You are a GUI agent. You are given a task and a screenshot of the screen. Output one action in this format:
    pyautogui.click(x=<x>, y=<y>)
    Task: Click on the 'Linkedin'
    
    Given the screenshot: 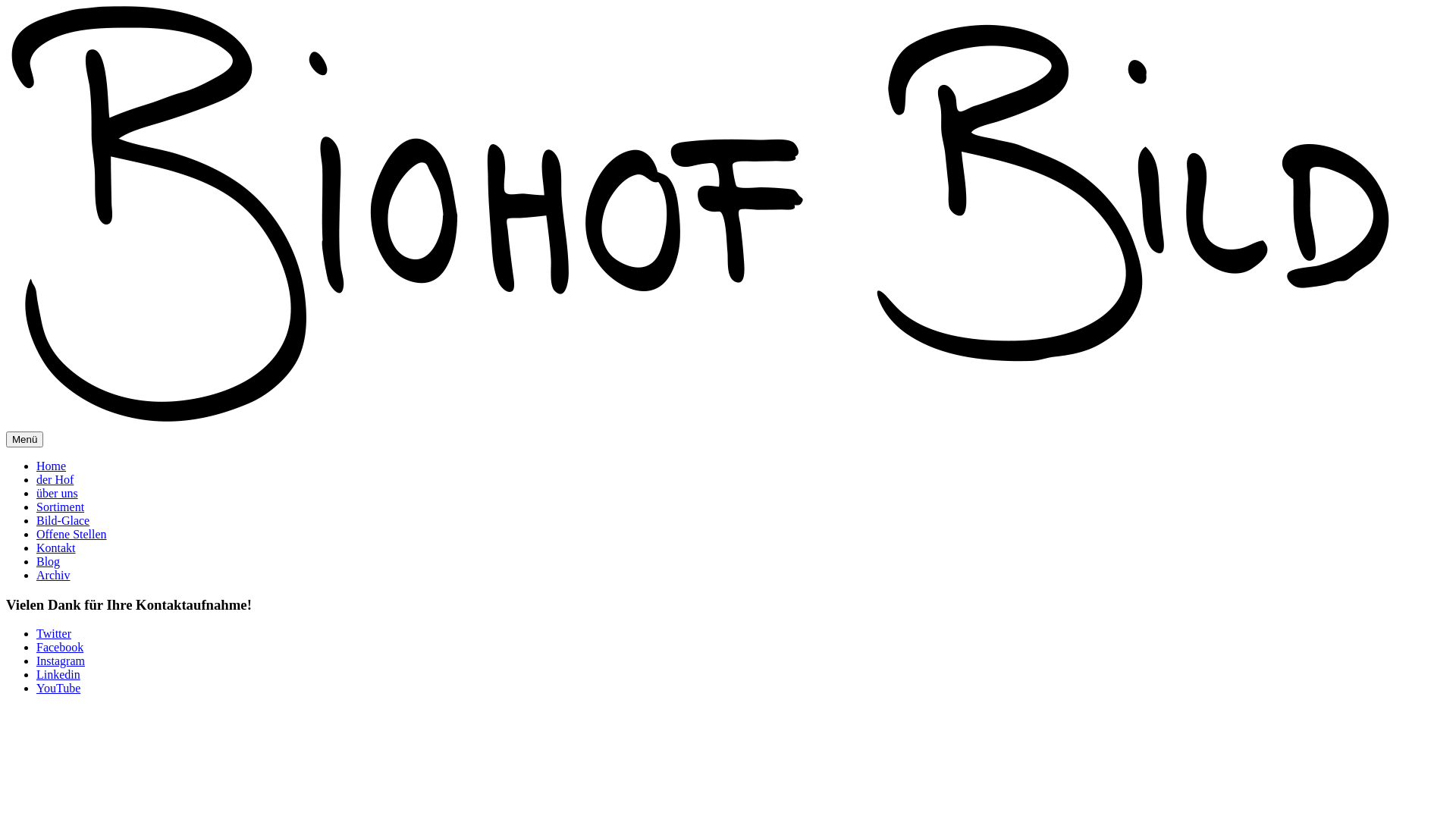 What is the action you would take?
    pyautogui.click(x=58, y=673)
    